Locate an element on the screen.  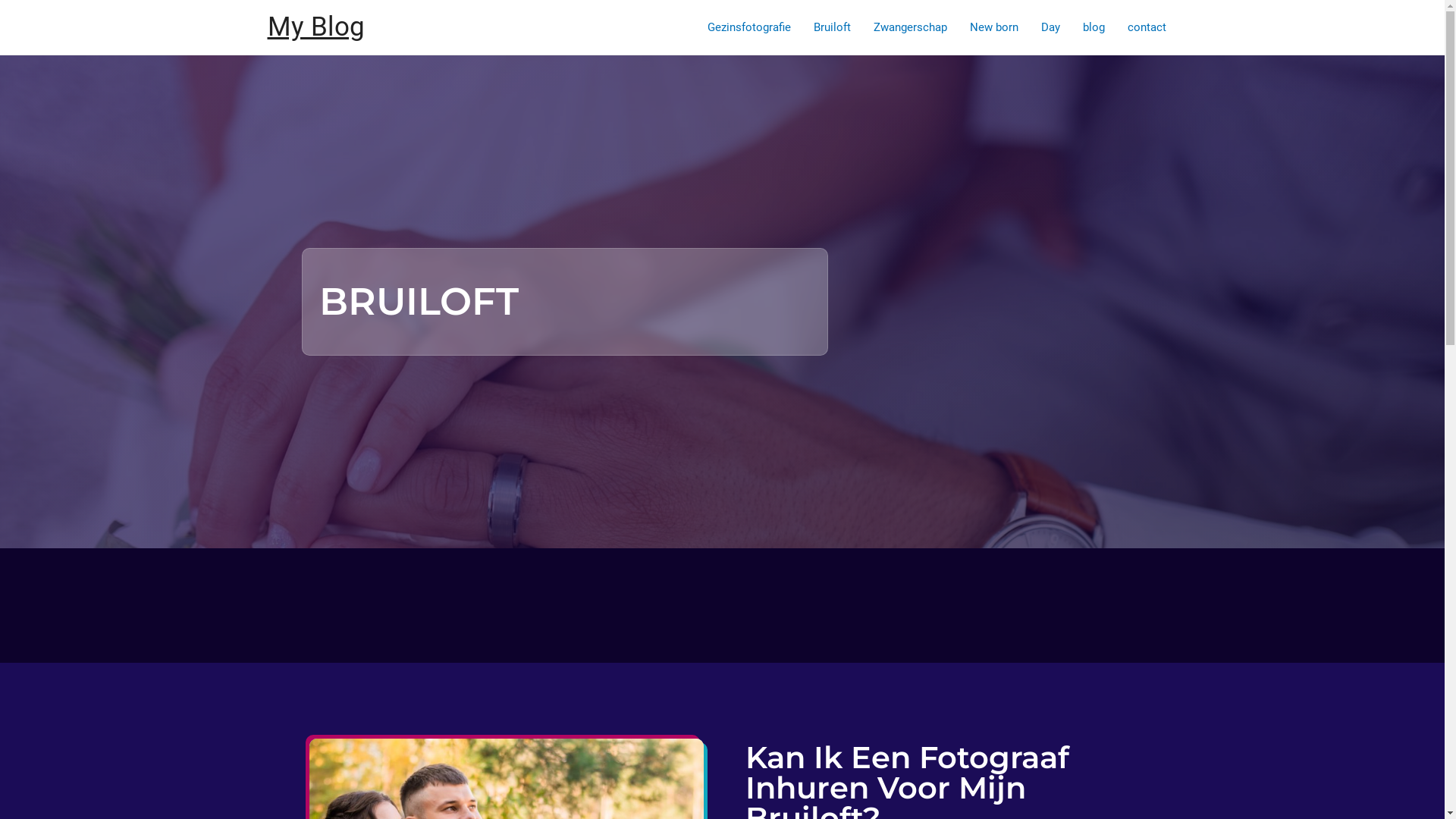
'blog' is located at coordinates (1093, 27).